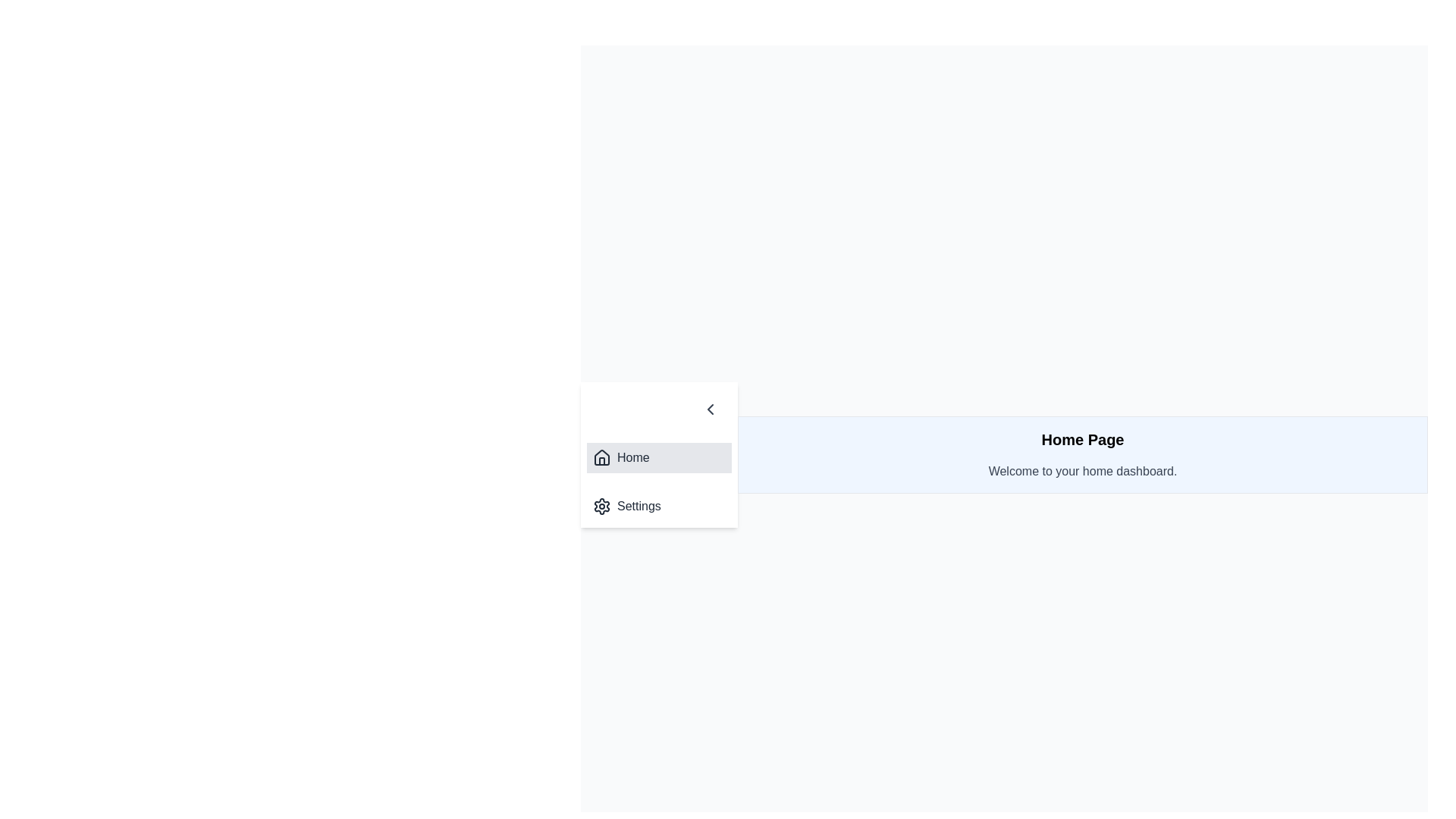 The width and height of the screenshot is (1456, 819). What do you see at coordinates (601, 457) in the screenshot?
I see `the small, circular home icon located to the left of the 'Home' label in the vertical white sidebar` at bounding box center [601, 457].